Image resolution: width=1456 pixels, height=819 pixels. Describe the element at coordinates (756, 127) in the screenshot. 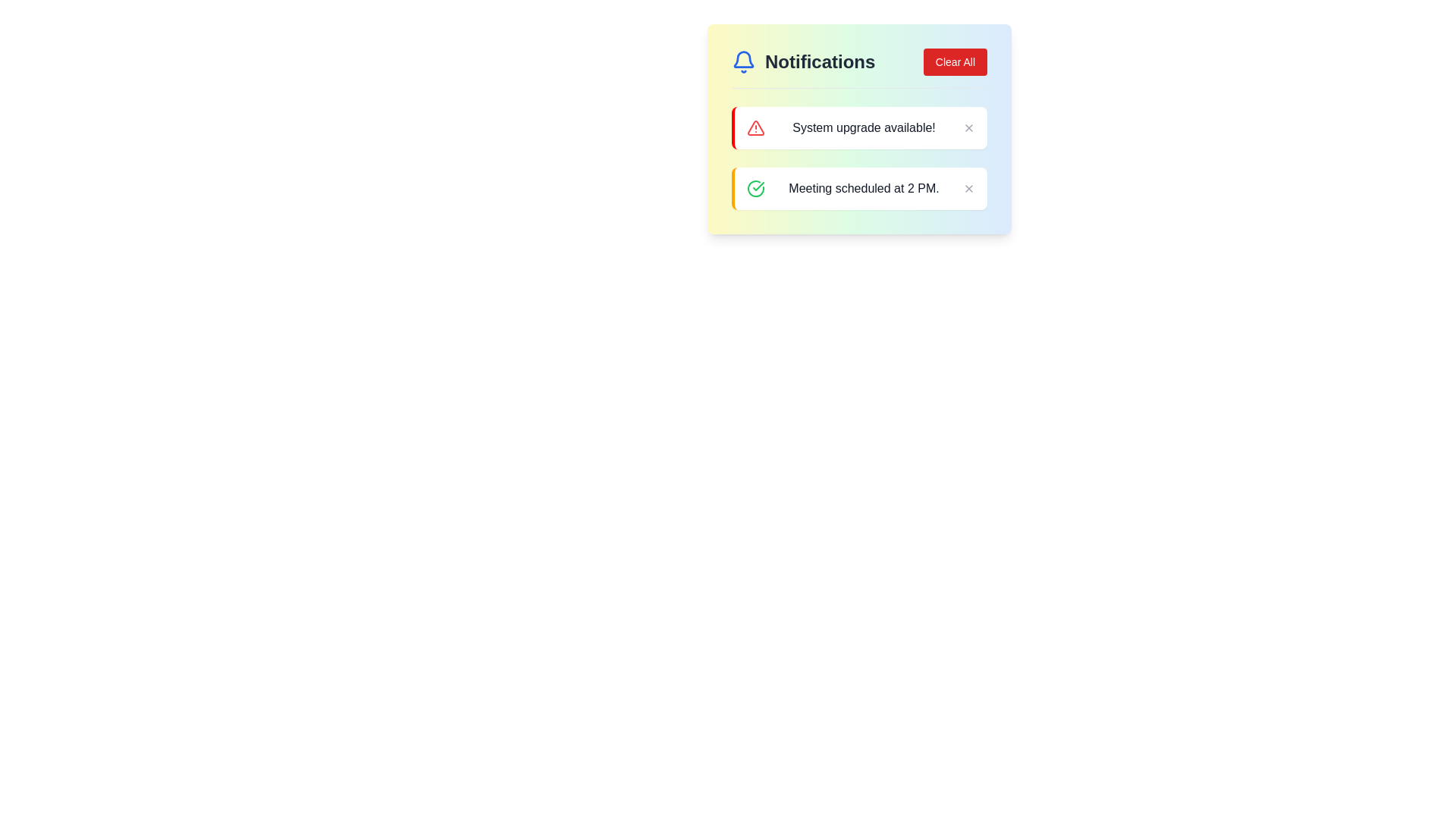

I see `the warning icon within the first notification card that has a prominent red border and an alert title` at that location.